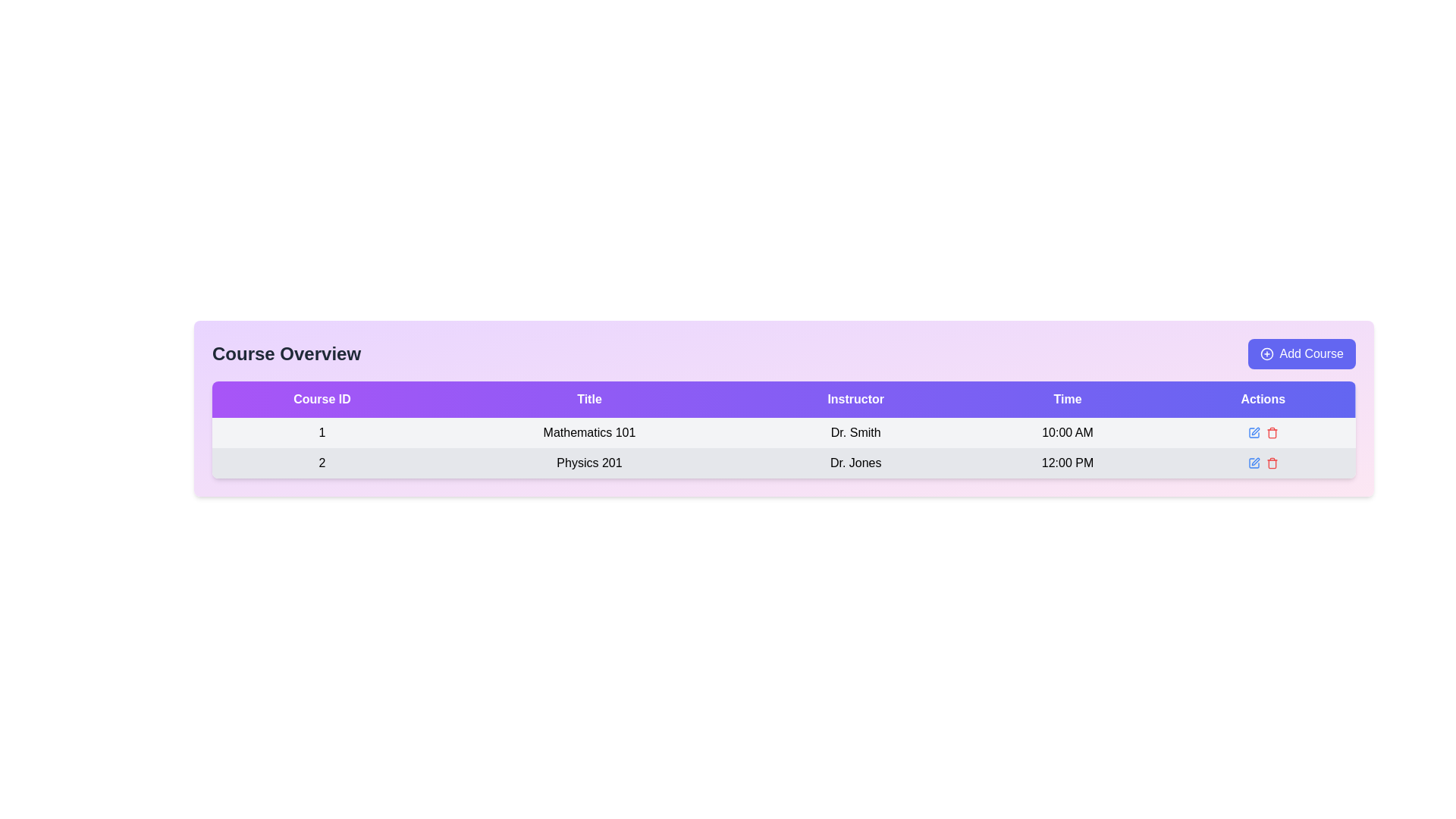 The image size is (1456, 819). Describe the element at coordinates (855, 462) in the screenshot. I see `the Table Cell displaying 'Dr. Jones' with a gray background and black text, located under the 'Instructor' column of the second row in the table` at that location.